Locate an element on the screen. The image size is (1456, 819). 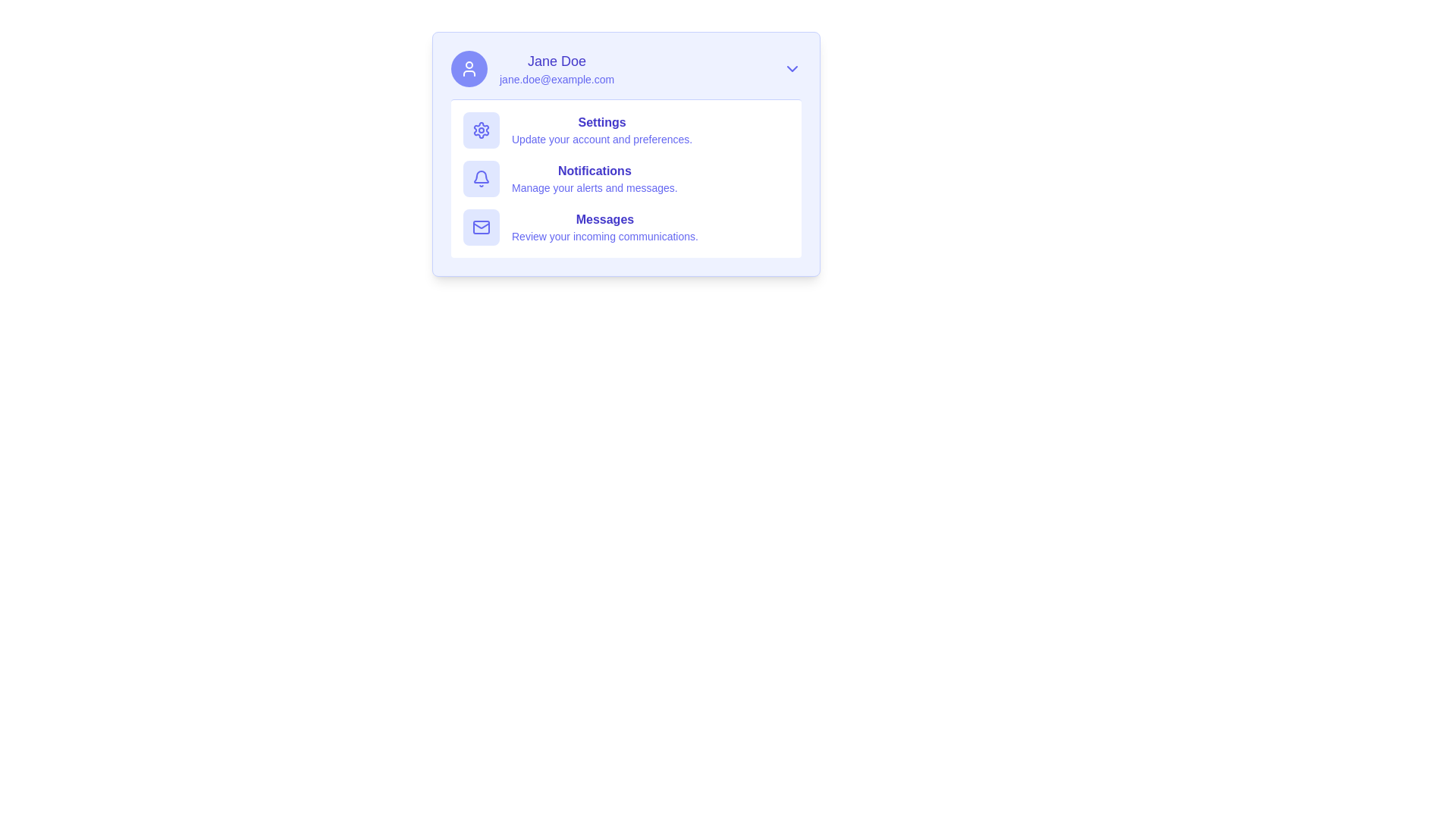
SVG rectangular shape with rounded corners that is part of the mail icon, located centrally within the icon is located at coordinates (480, 227).